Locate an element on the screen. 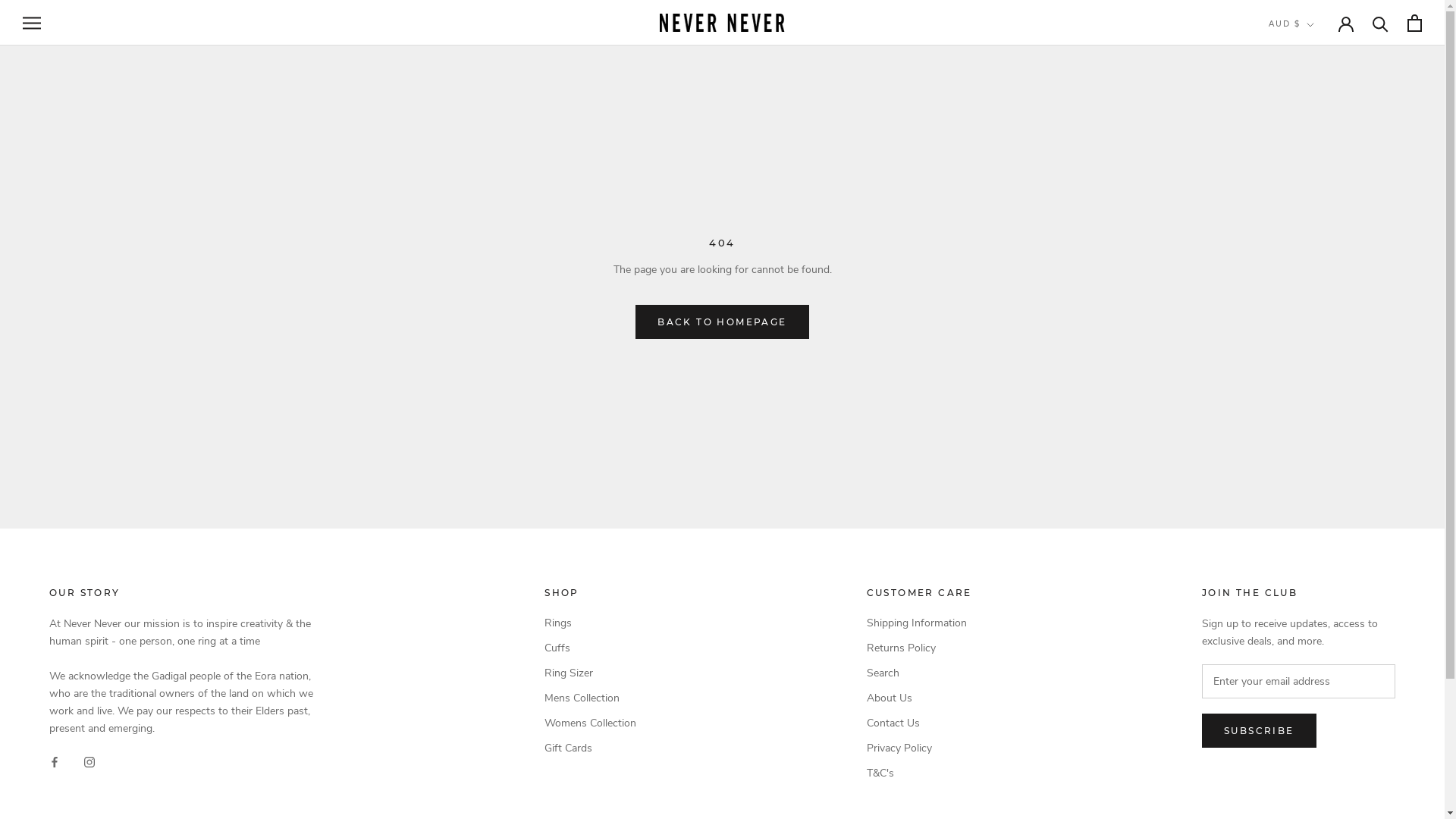 This screenshot has height=819, width=1456. 'AUD $' is located at coordinates (1269, 24).